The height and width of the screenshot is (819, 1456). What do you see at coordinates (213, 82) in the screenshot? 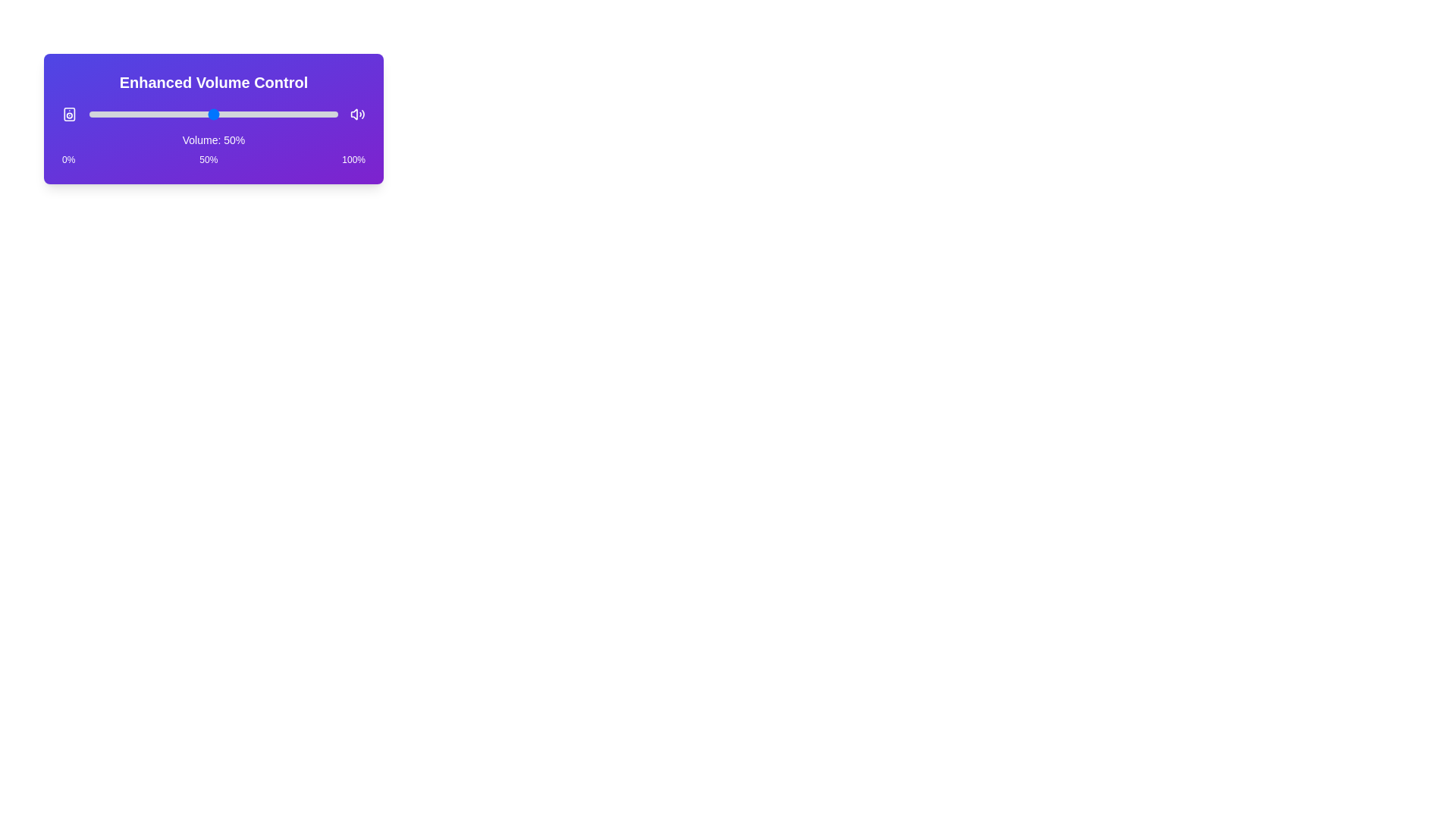
I see `the text 'Enhanced Volume Control' to select it` at bounding box center [213, 82].